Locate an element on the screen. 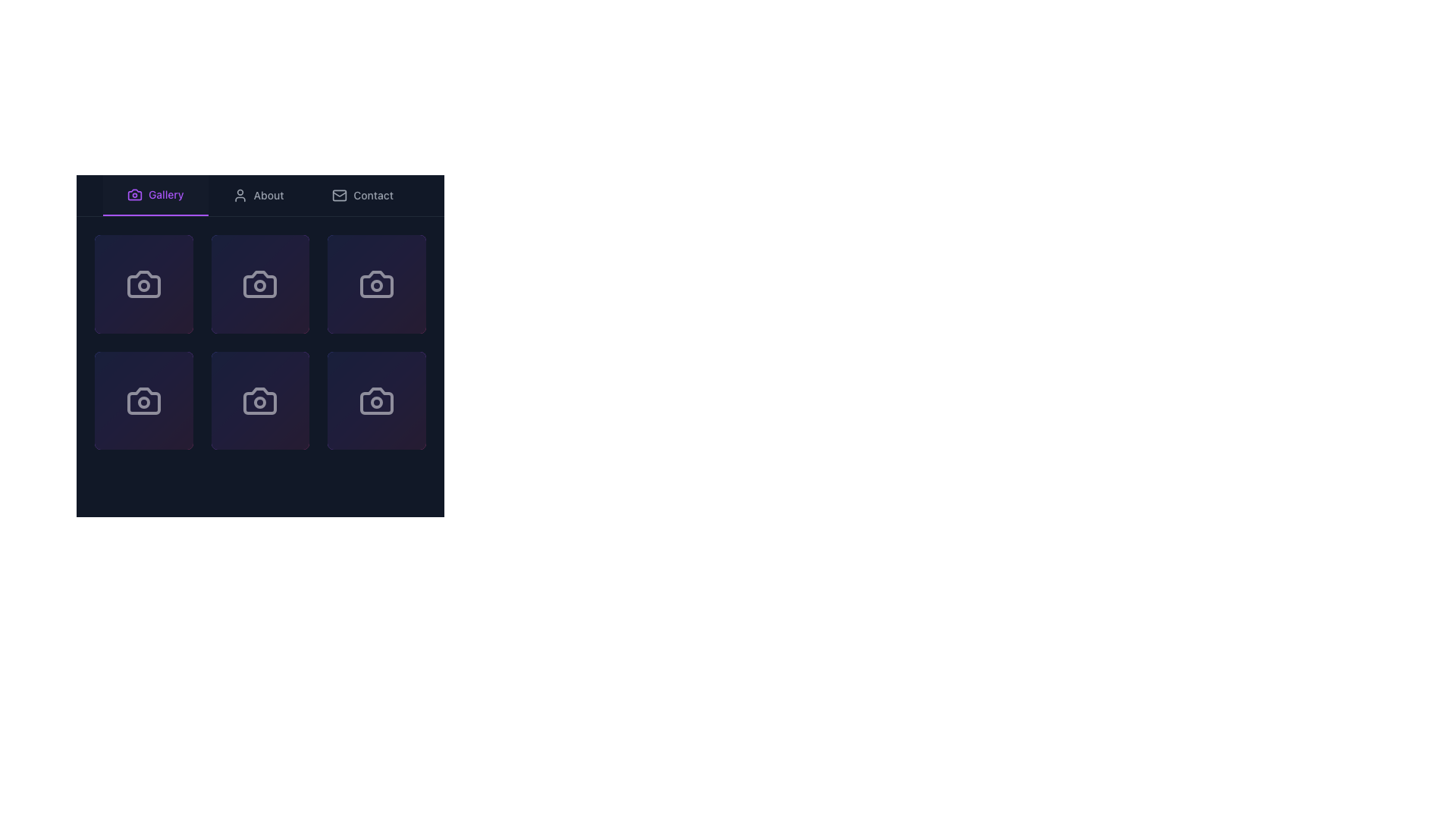 Image resolution: width=1456 pixels, height=819 pixels. the camera icon located at the top-center of the three-by-three grid layout for interaction is located at coordinates (260, 284).